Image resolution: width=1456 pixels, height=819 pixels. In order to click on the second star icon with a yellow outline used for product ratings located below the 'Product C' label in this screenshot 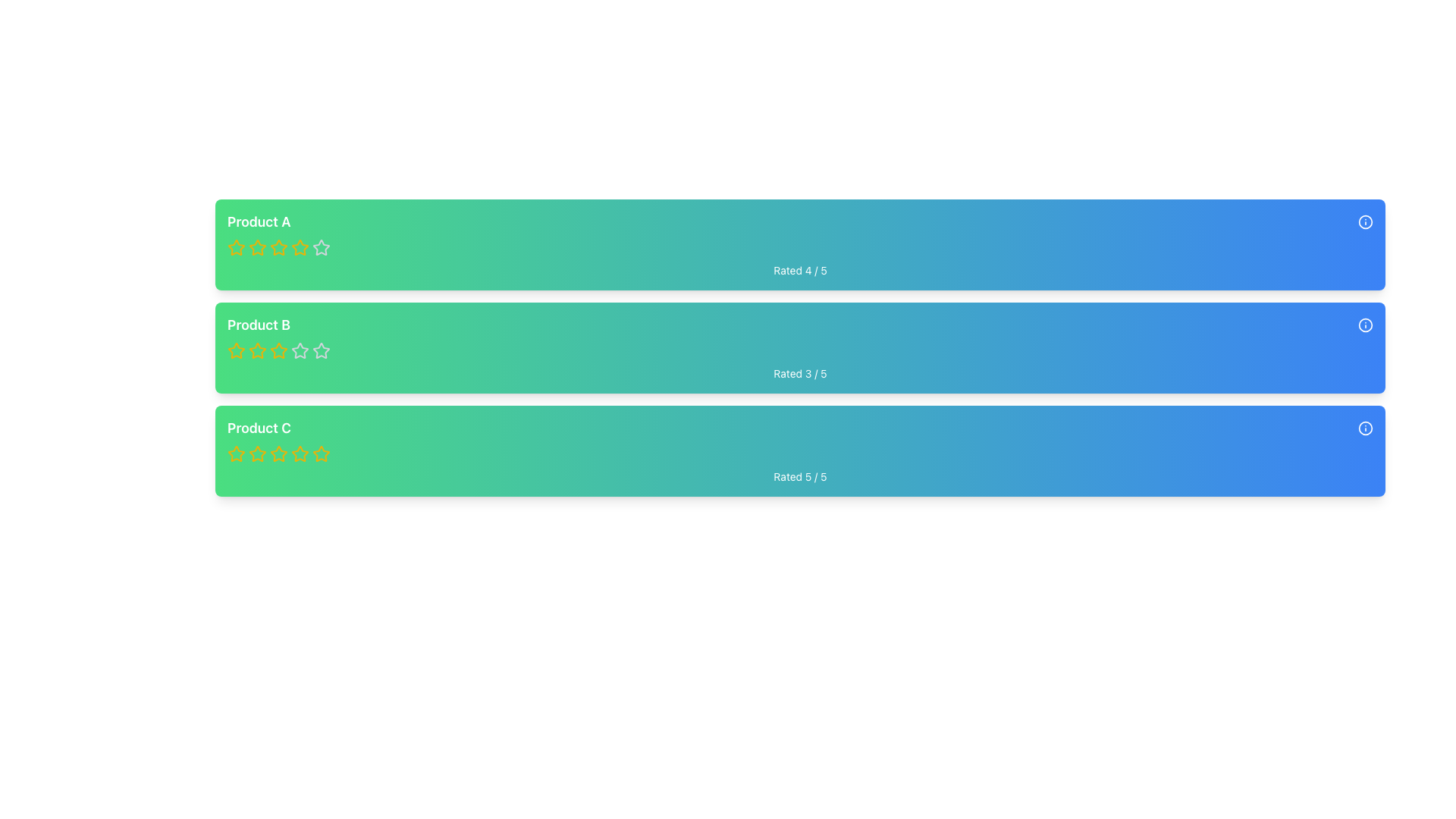, I will do `click(258, 453)`.